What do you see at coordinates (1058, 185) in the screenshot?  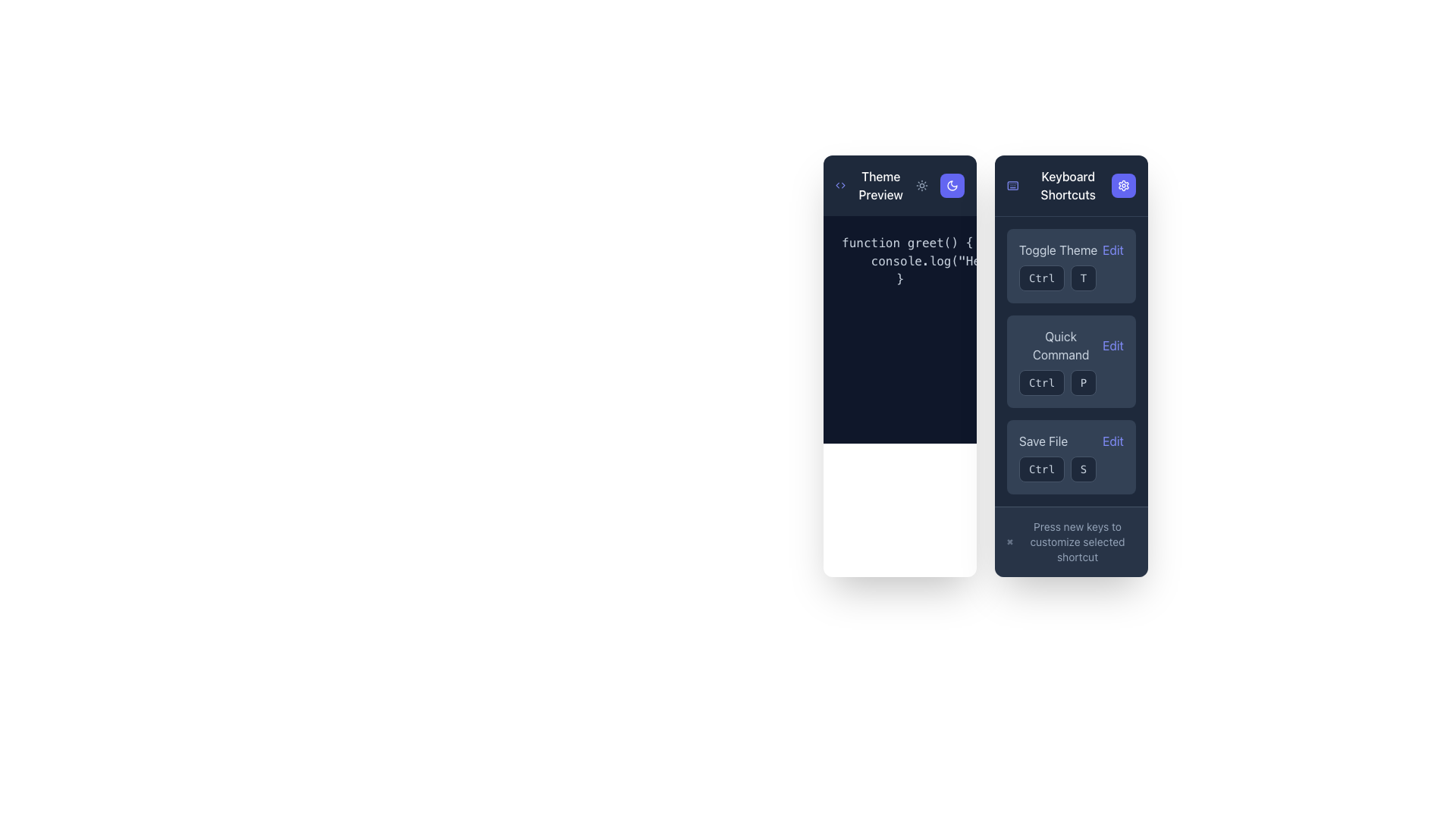 I see `the Label with Icon that features a keyboard icon and the text 'Keyboard Shortcuts' on a dark blue background, located at the top of the right-side panel` at bounding box center [1058, 185].